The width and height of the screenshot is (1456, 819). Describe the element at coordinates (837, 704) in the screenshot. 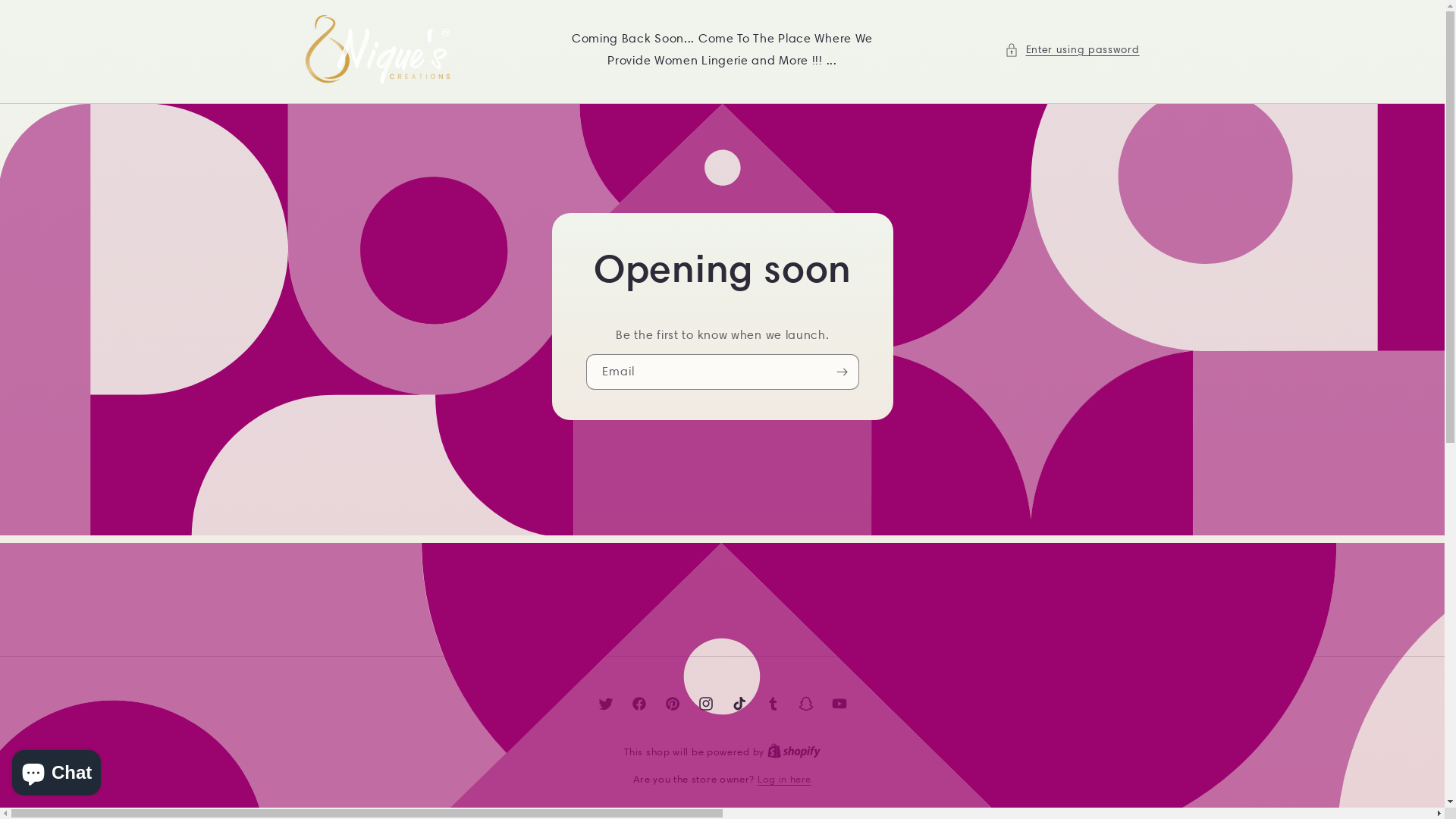

I see `'YouTube'` at that location.